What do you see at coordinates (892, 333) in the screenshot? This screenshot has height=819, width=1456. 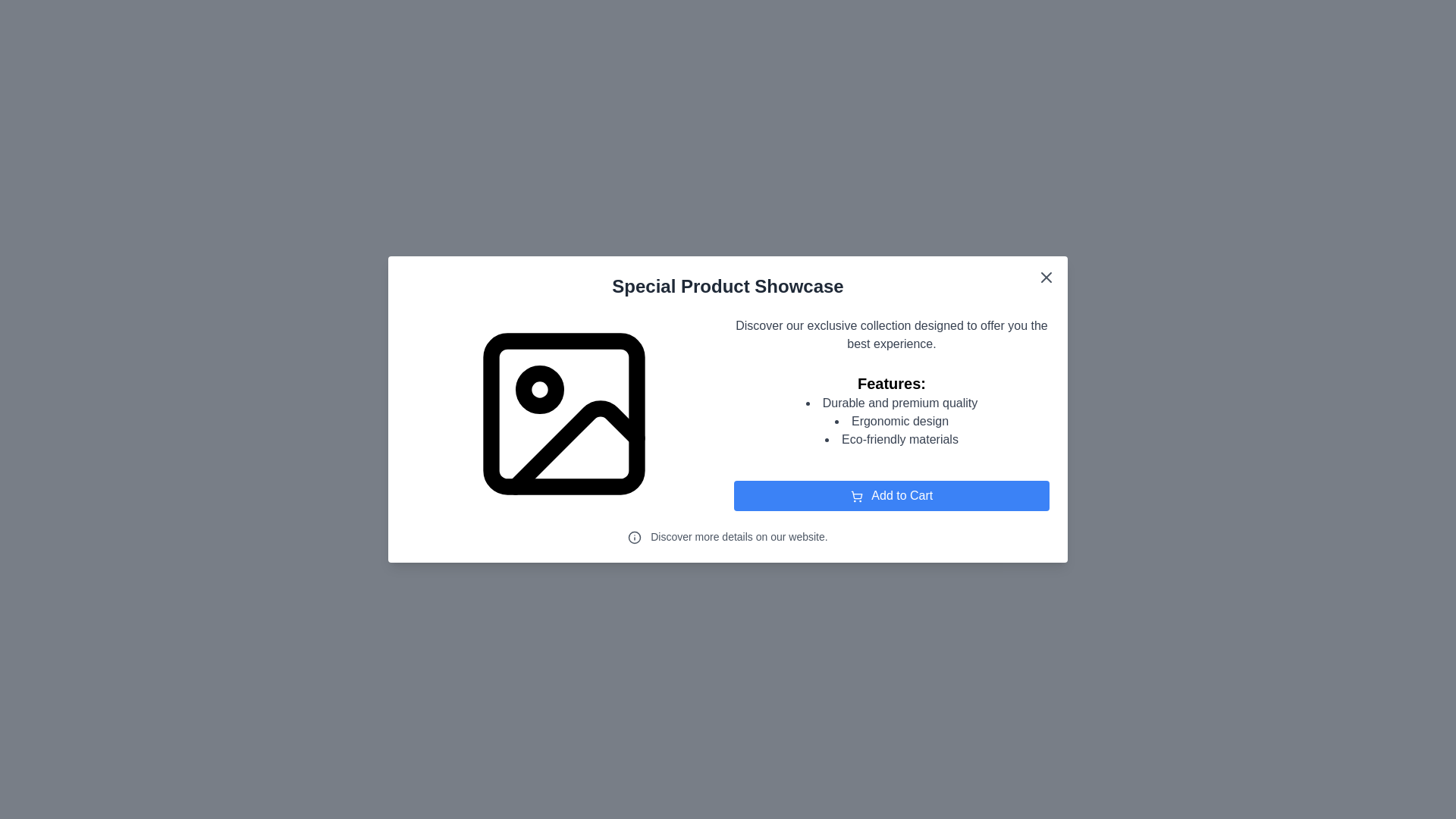 I see `the text block that contains the message 'Discover our exclusive collection designed to offer you the best experience.' positioned in the upper right section of the modal window` at bounding box center [892, 333].